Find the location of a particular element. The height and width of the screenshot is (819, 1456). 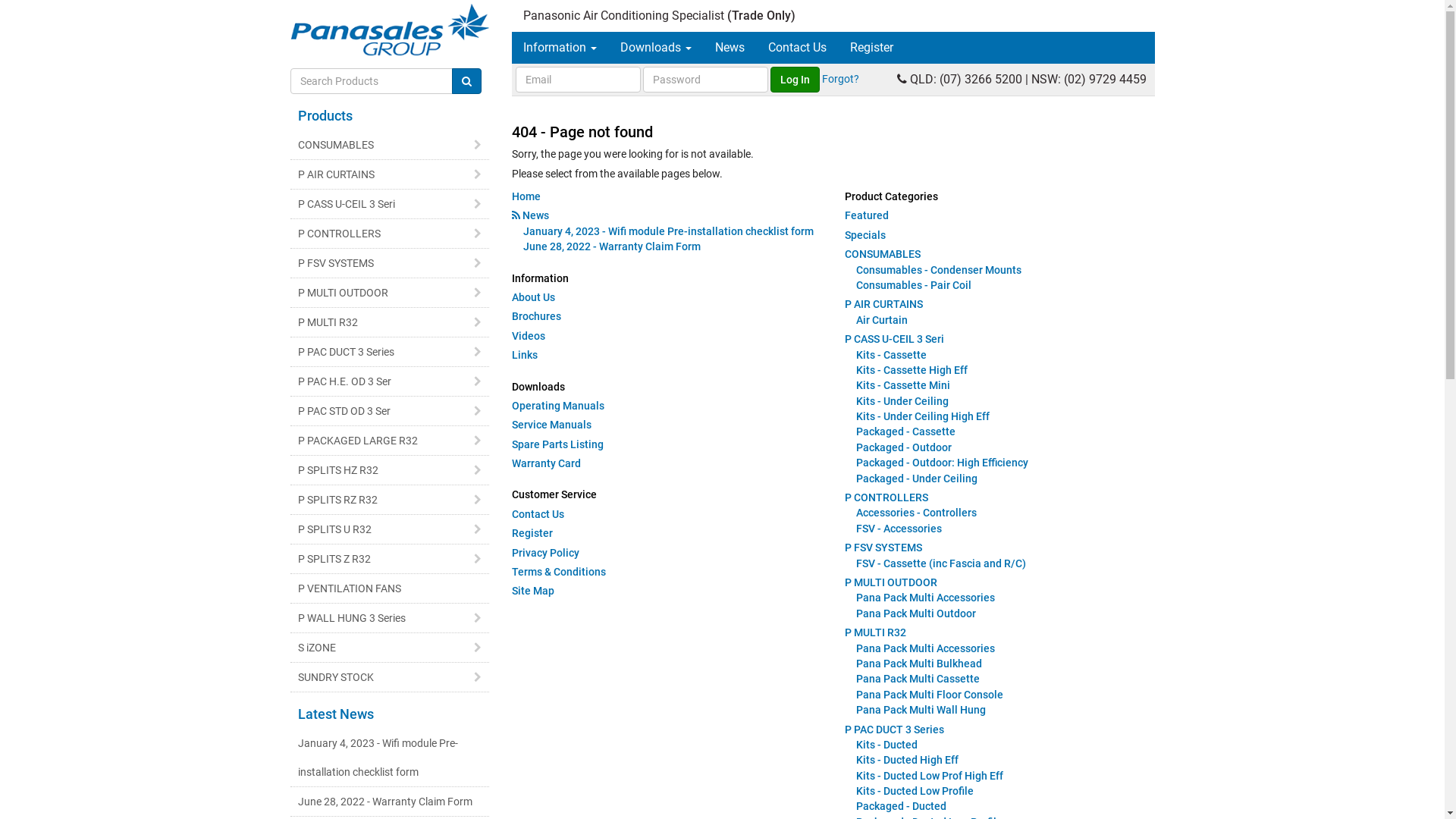

'Operating Manuals' is located at coordinates (557, 405).